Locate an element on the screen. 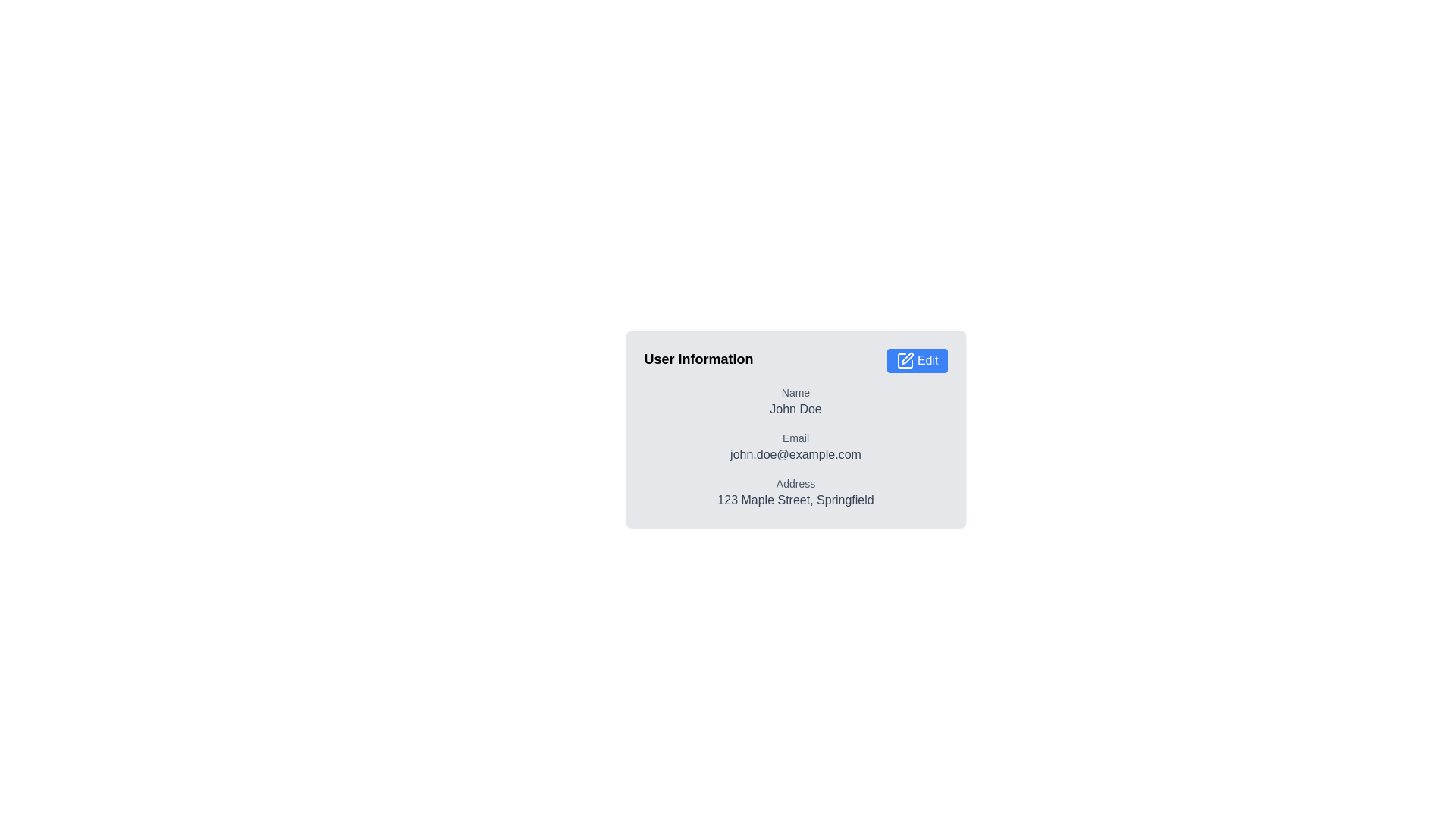 This screenshot has height=819, width=1456. the read-only display for the user's name, which is the first information field in the user information card, positioned below the 'User Information' title and above the 'Email' field is located at coordinates (795, 400).